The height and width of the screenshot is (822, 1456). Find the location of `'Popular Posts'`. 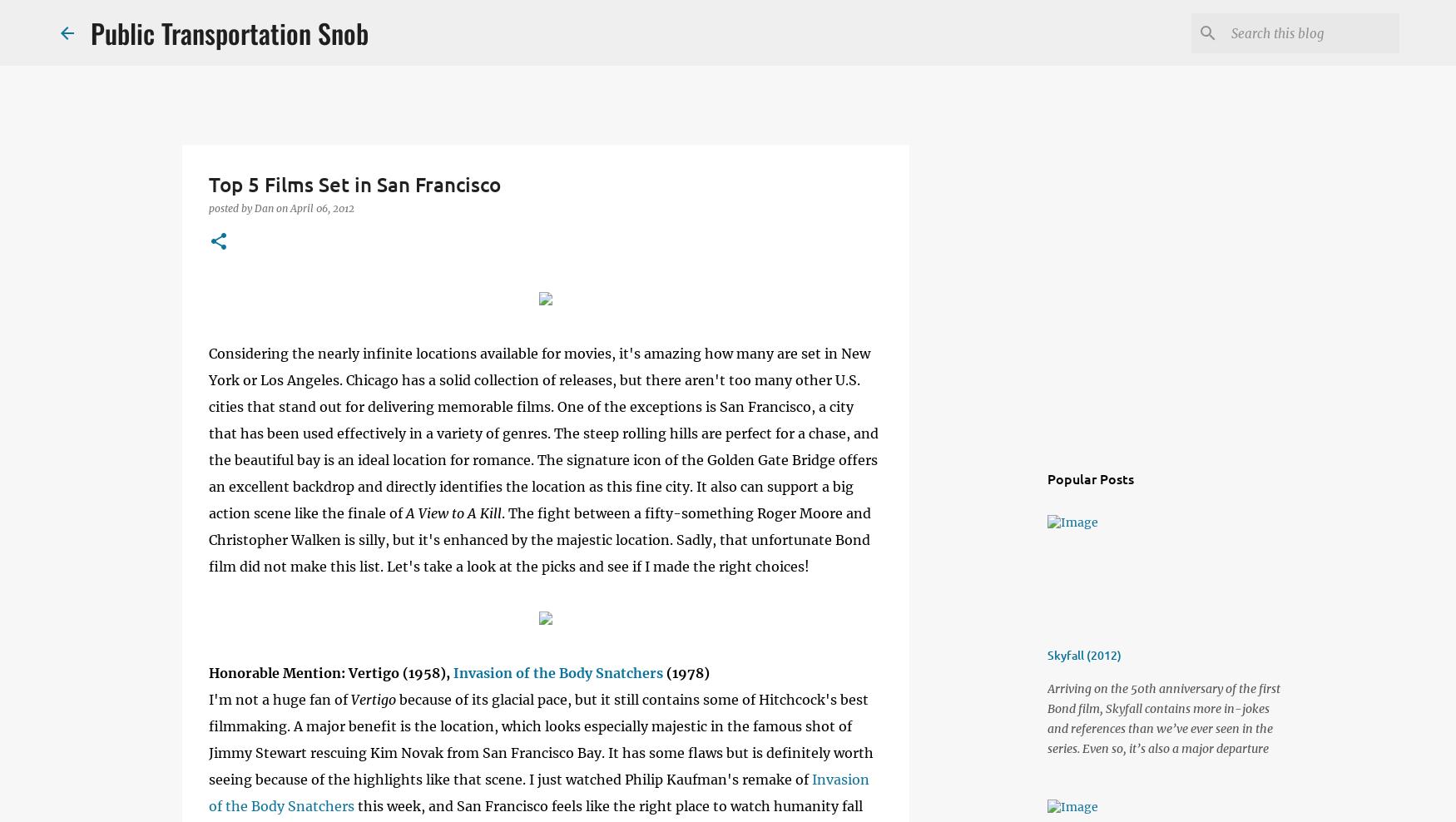

'Popular Posts' is located at coordinates (1089, 478).